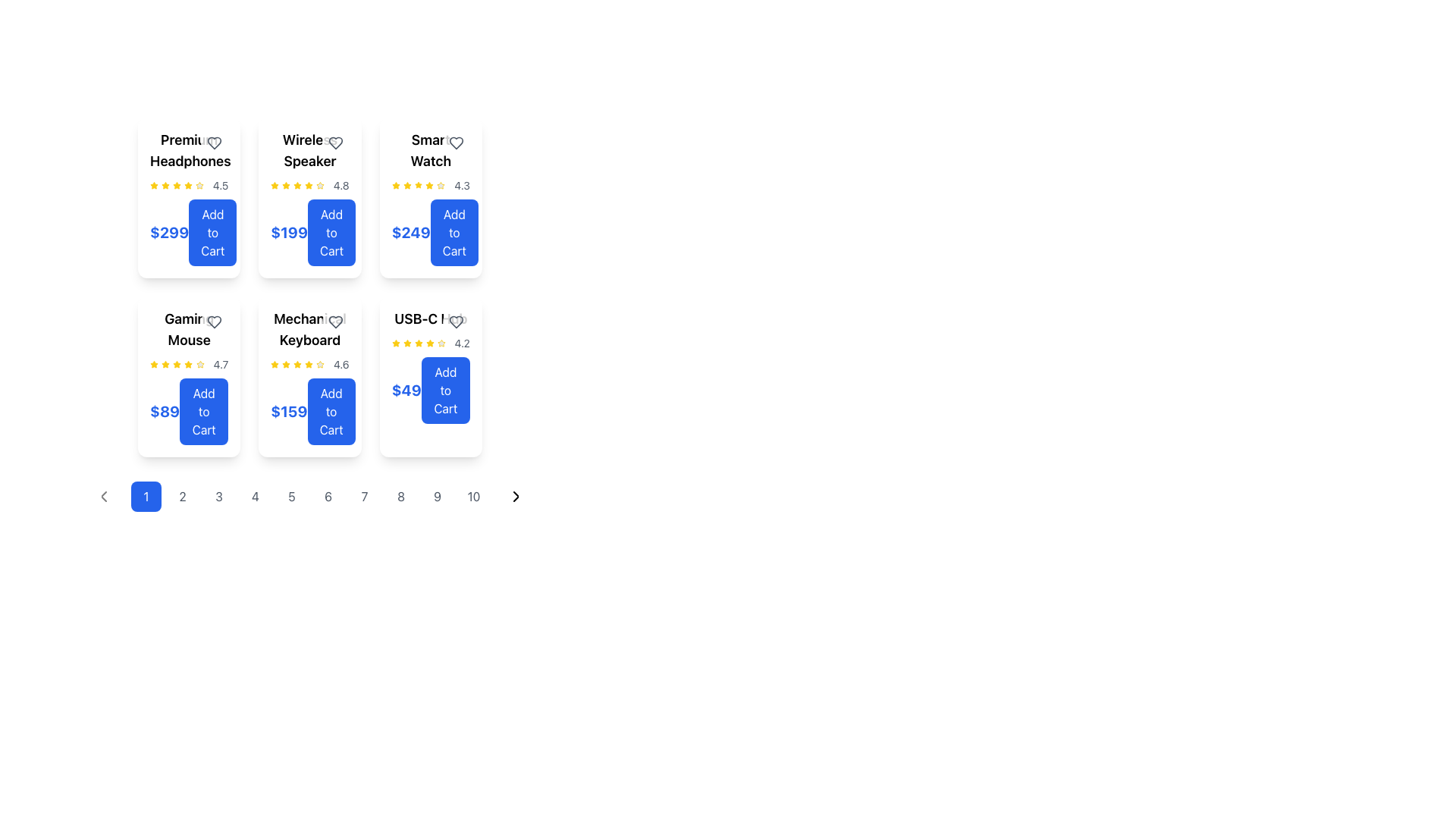  I want to click on the first button in a row of numbered buttons styled with rounded edges, where the first number is bold in blue indicating active state, so click(309, 497).